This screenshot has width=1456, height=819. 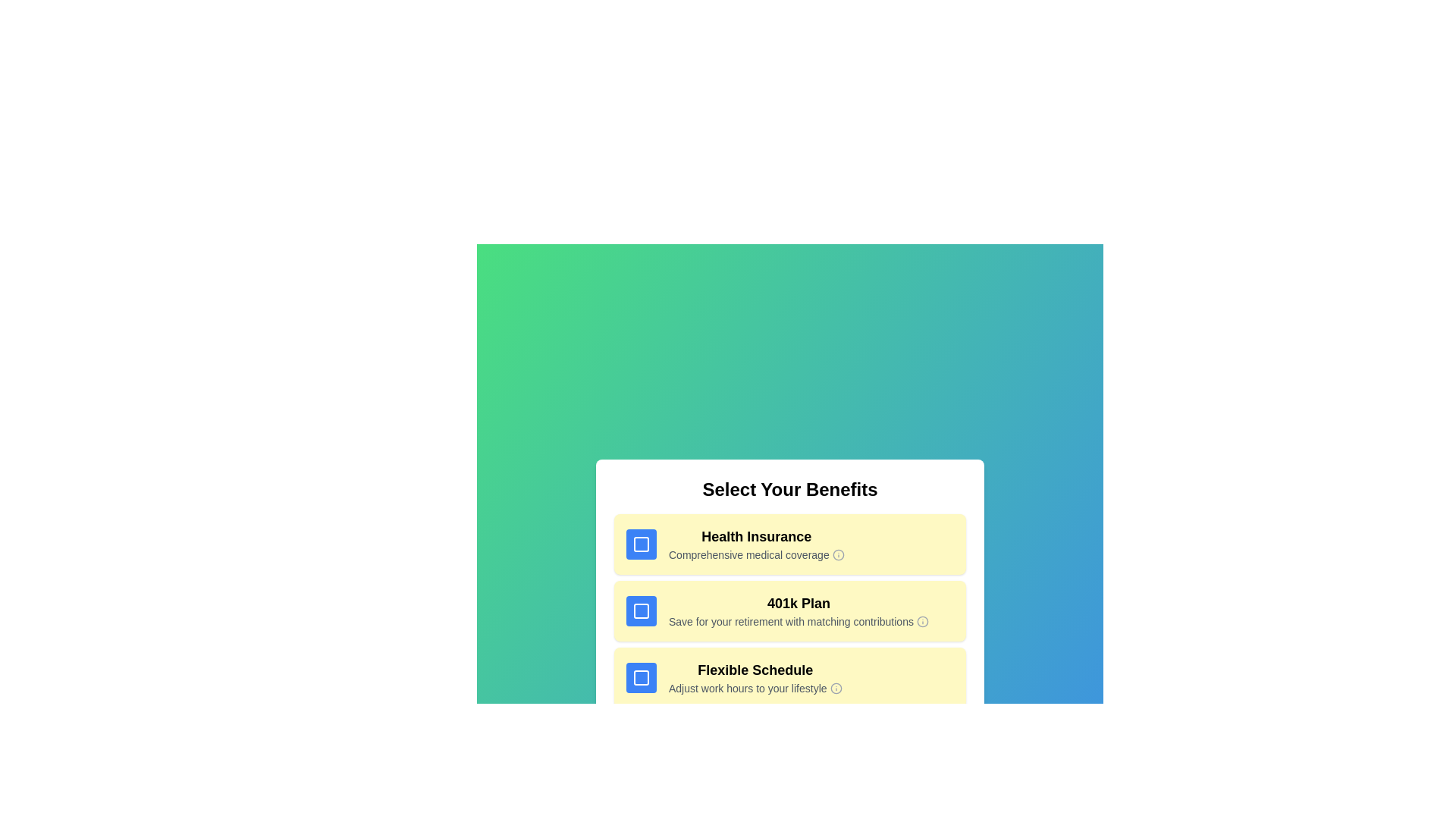 What do you see at coordinates (641, 543) in the screenshot?
I see `the checkbox for the benefit titled Health Insurance` at bounding box center [641, 543].